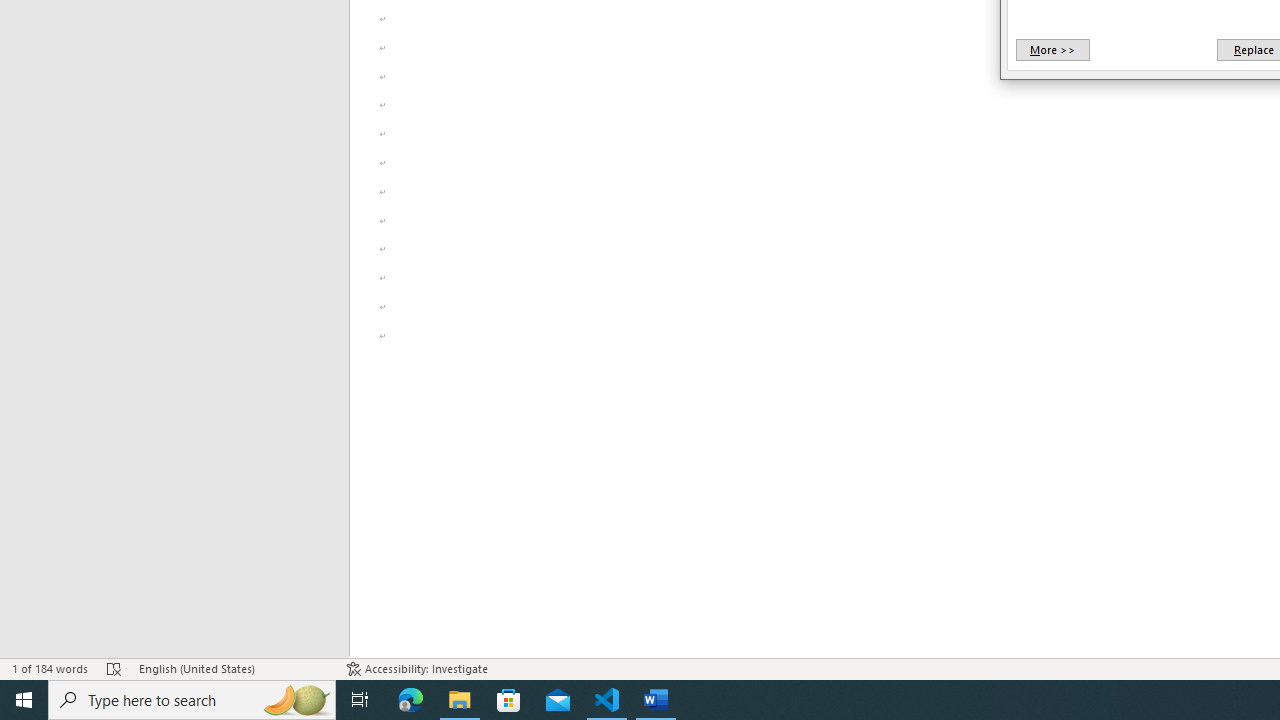  What do you see at coordinates (606, 698) in the screenshot?
I see `'Visual Studio Code - 1 running window'` at bounding box center [606, 698].